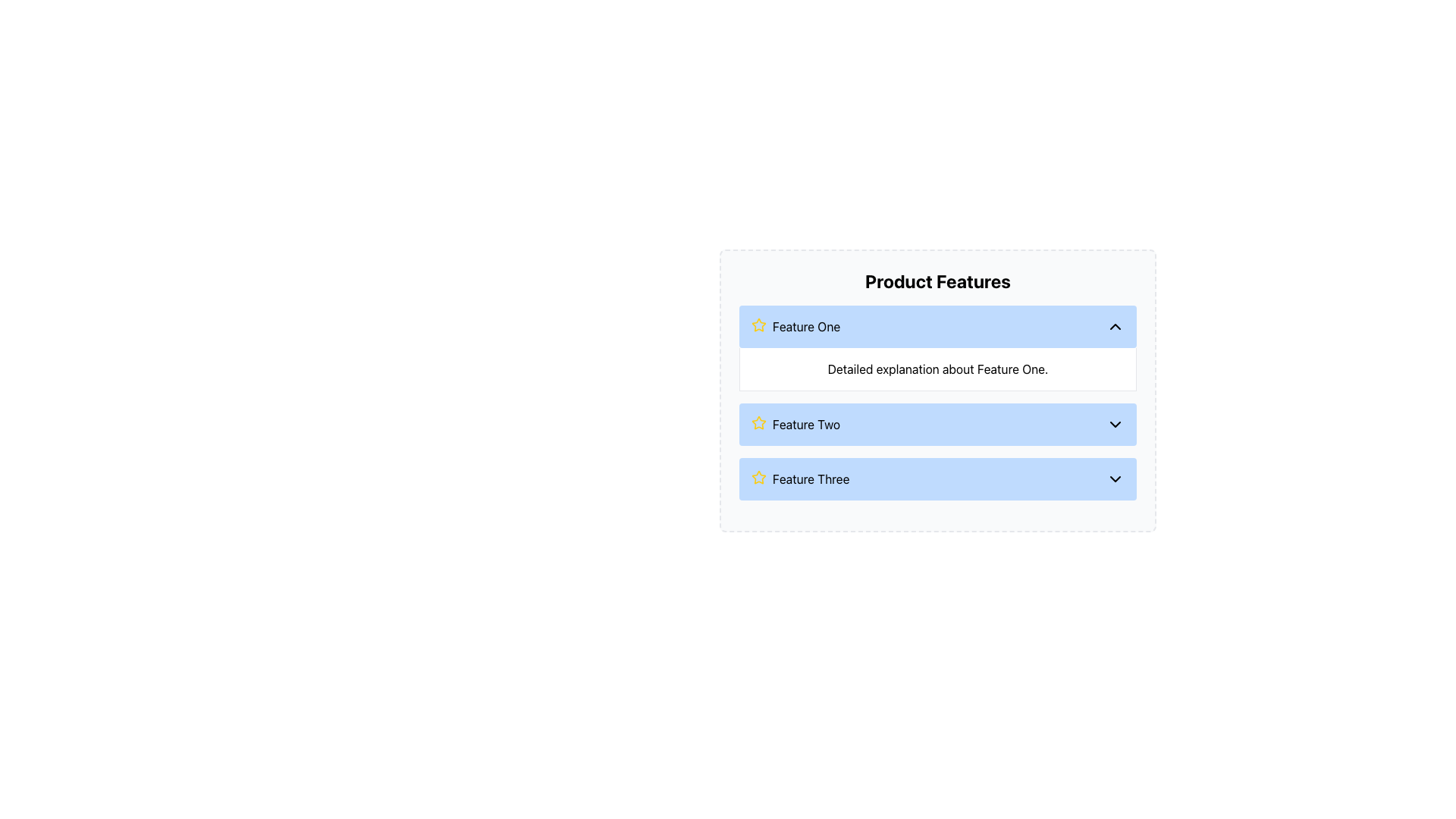  I want to click on the 'Feature Two' text label, which is styled with a light-blue background and has a yellow star icon on its left, located in the center of the 'Product Features' section, so click(795, 424).